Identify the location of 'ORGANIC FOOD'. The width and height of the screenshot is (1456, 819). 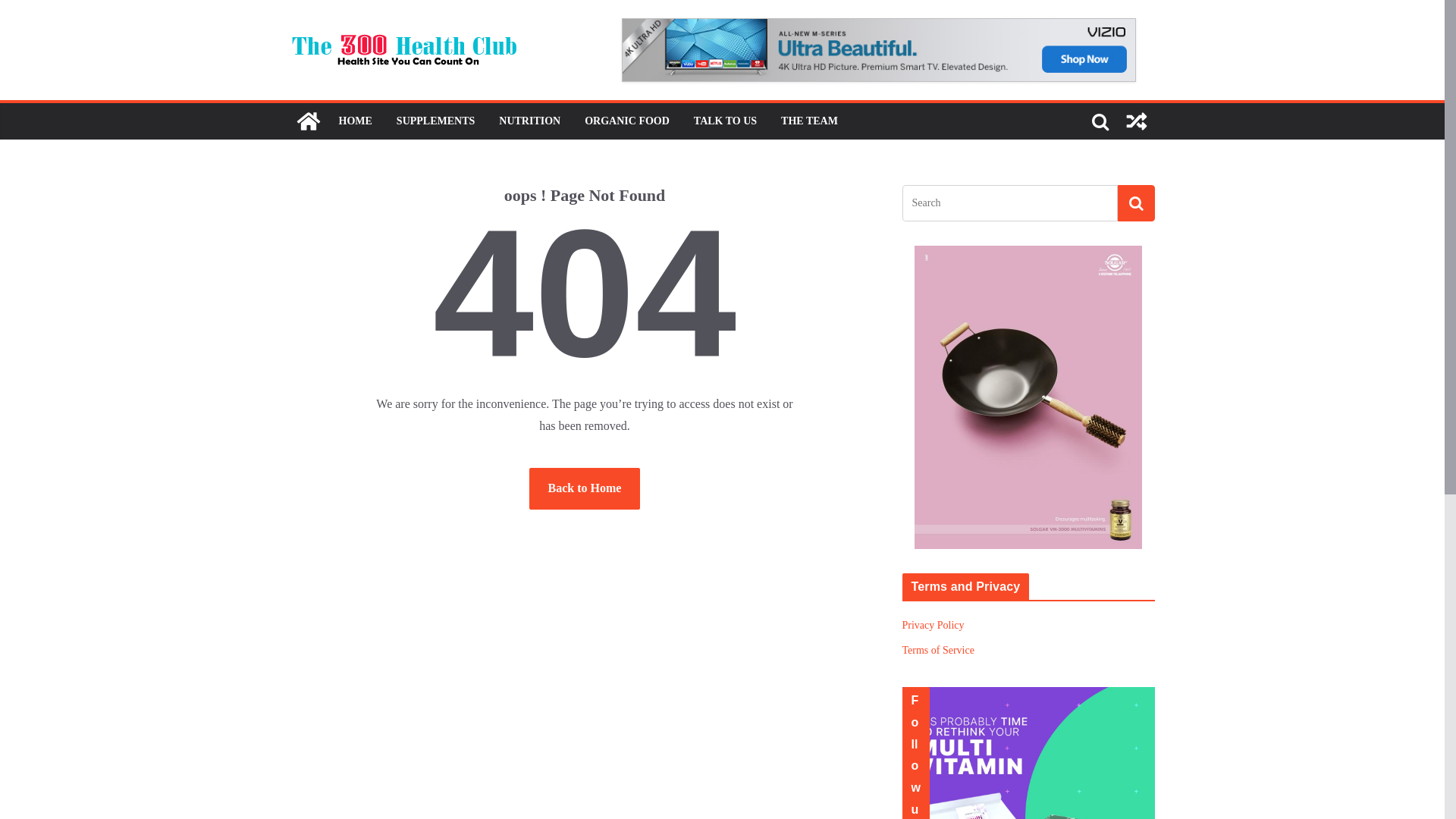
(626, 120).